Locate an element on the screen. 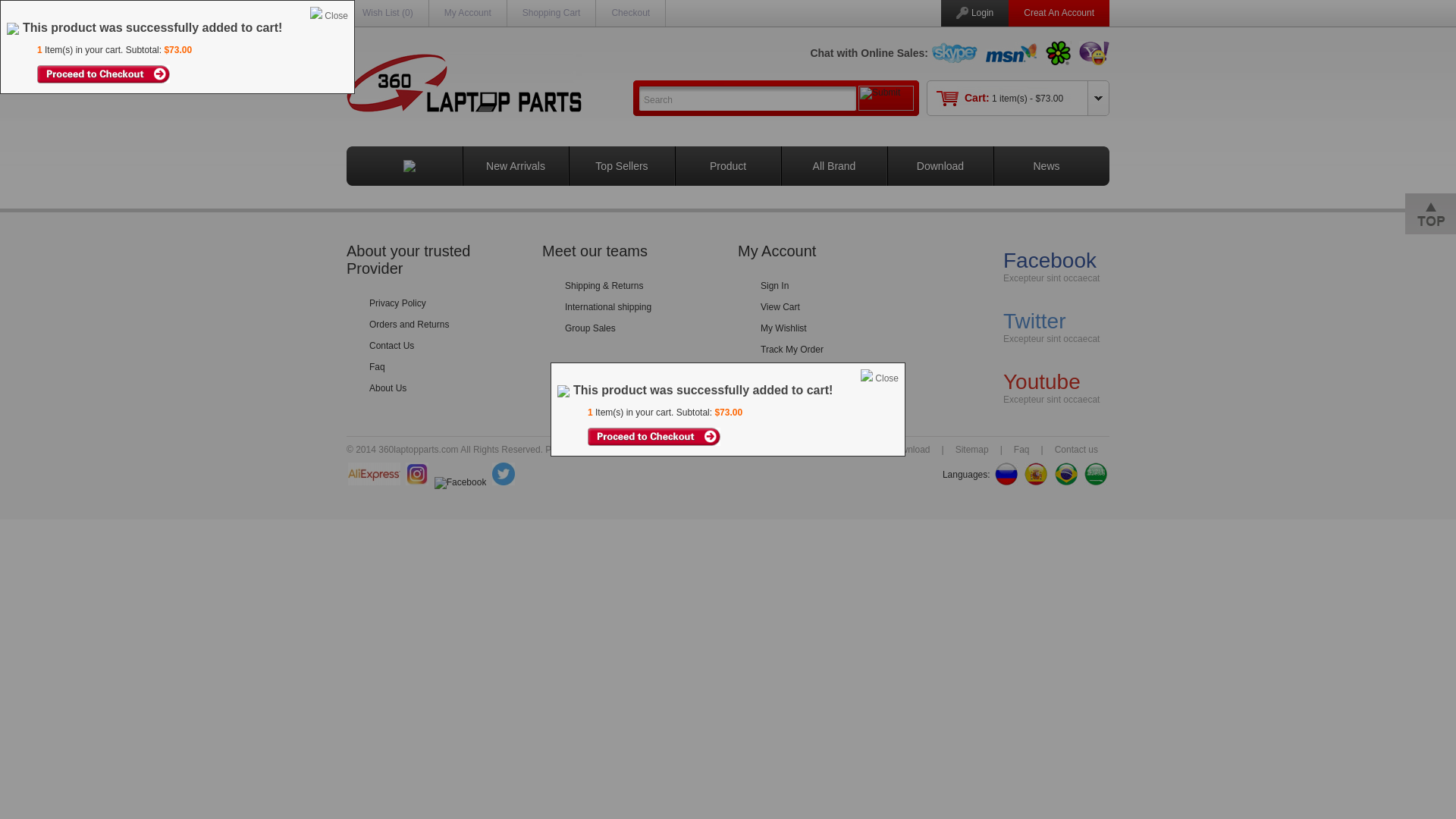 The height and width of the screenshot is (819, 1456). 'All Brand' is located at coordinates (833, 166).